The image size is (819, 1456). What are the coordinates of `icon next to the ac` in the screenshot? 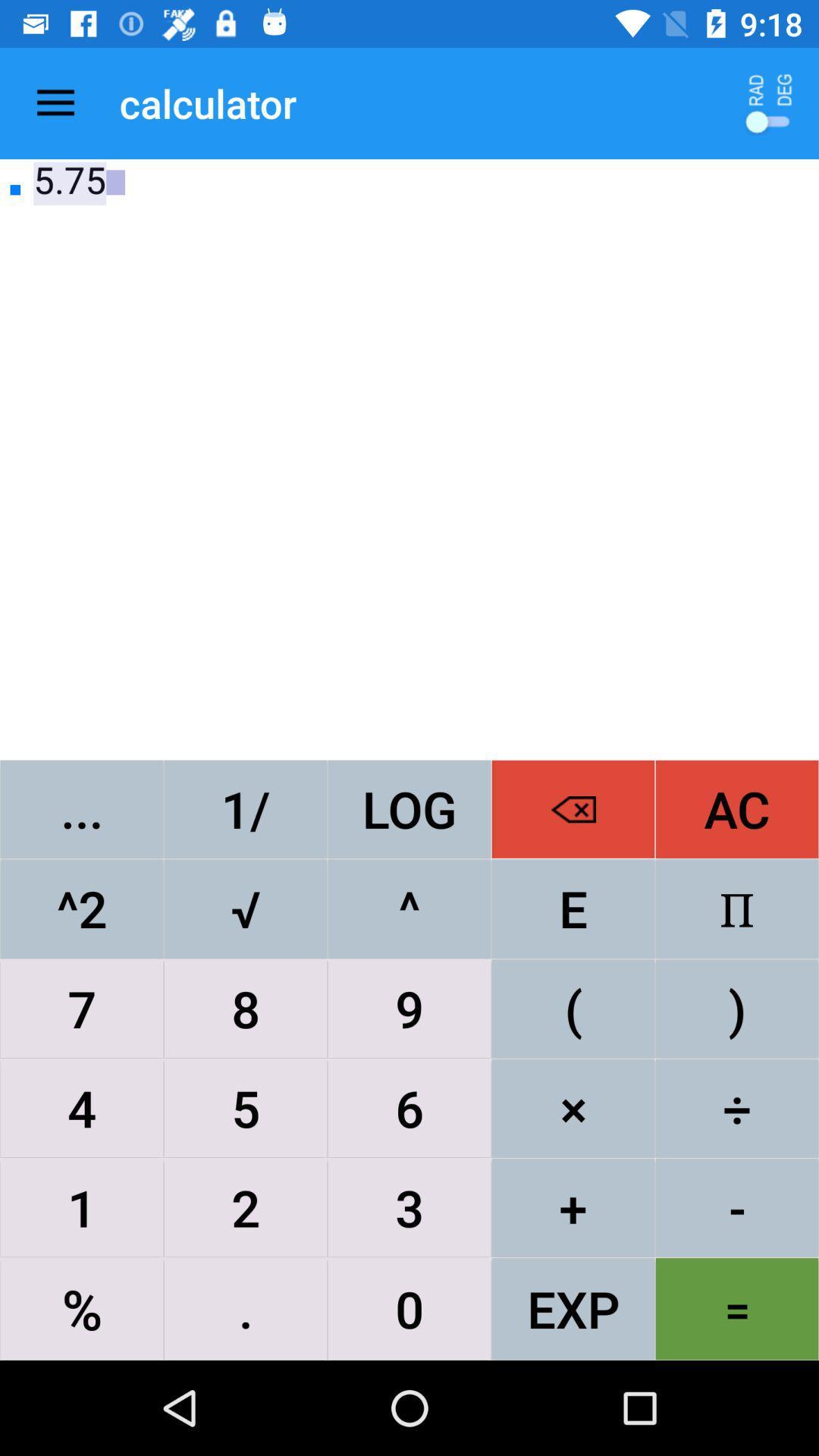 It's located at (573, 908).